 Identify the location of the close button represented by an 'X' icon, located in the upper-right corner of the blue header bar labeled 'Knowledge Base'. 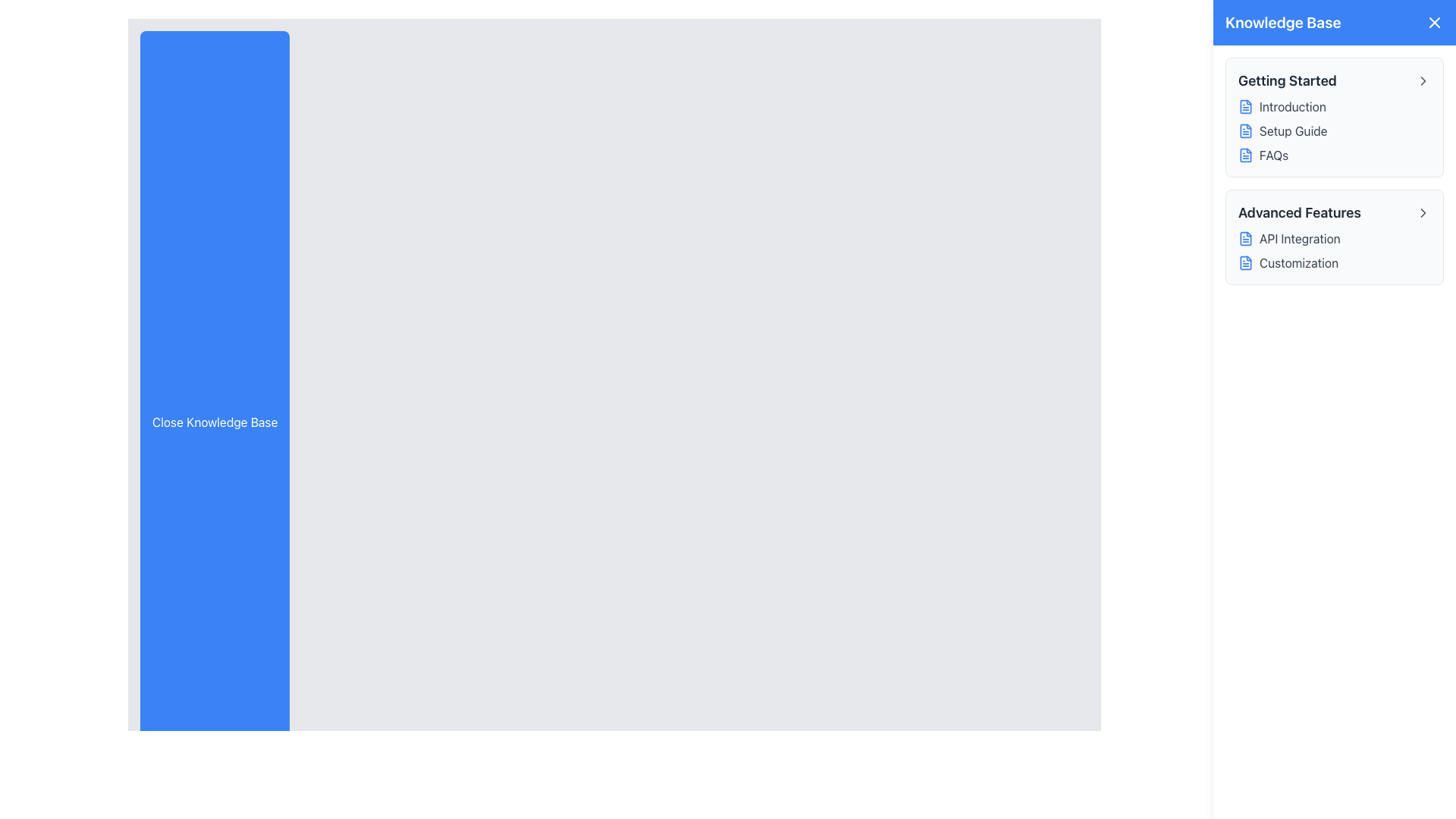
(1433, 23).